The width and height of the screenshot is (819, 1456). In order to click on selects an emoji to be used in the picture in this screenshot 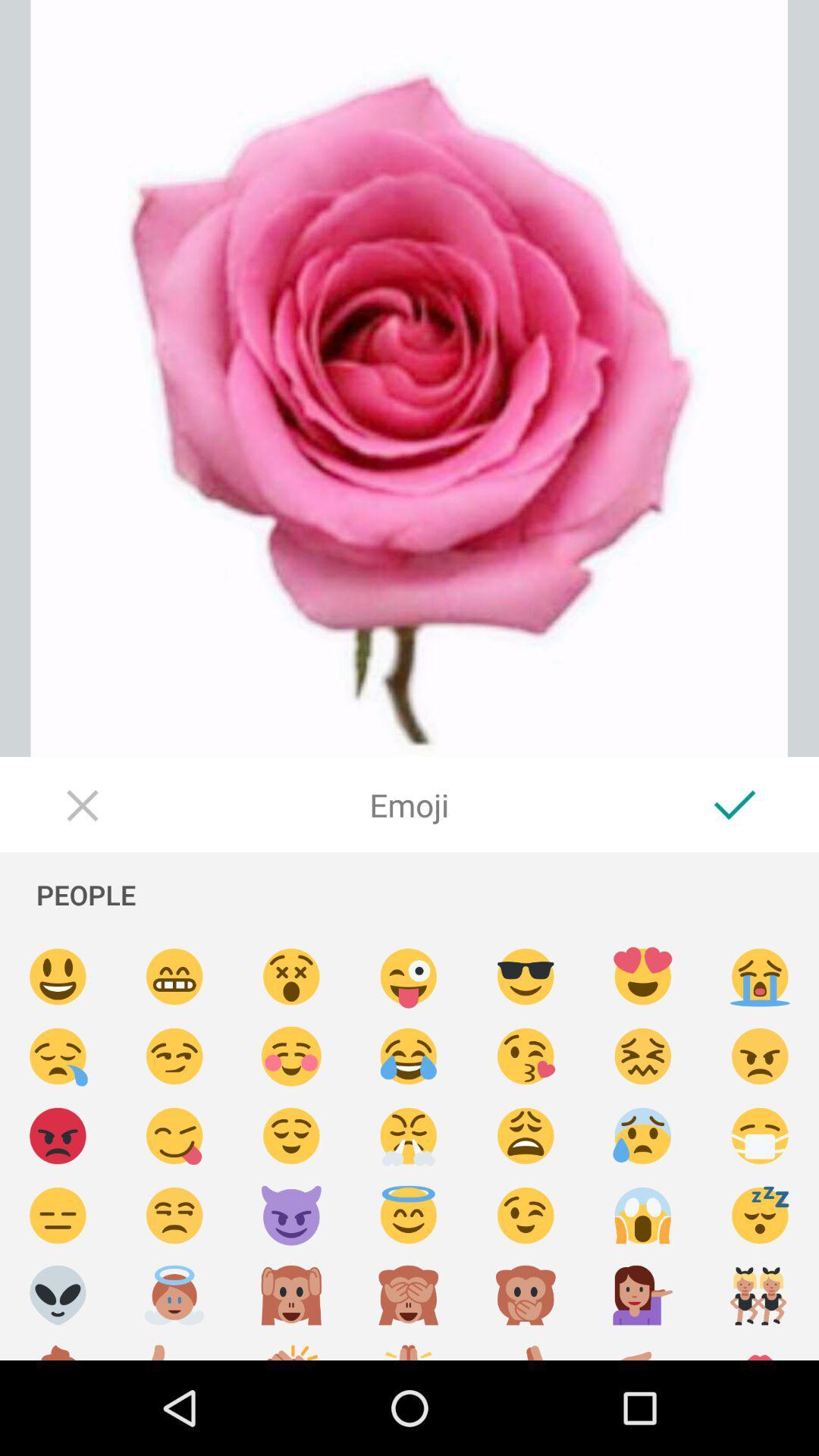, I will do `click(525, 1216)`.